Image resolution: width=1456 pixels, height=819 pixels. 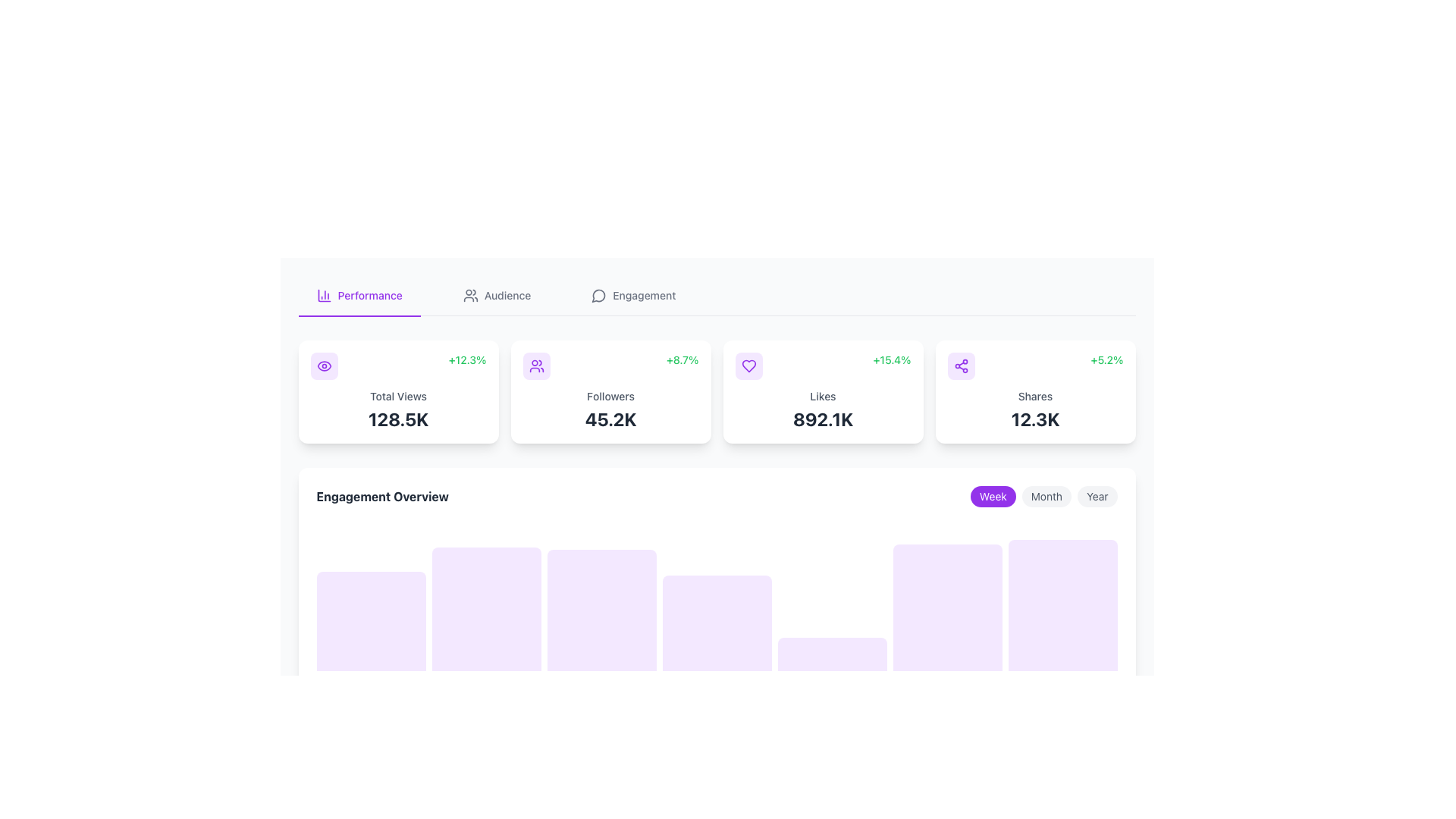 I want to click on the purple eye icon located in the third card under the 'Performance' tab, which is centered within a purple-tinted rounded rectangle, so click(x=323, y=366).